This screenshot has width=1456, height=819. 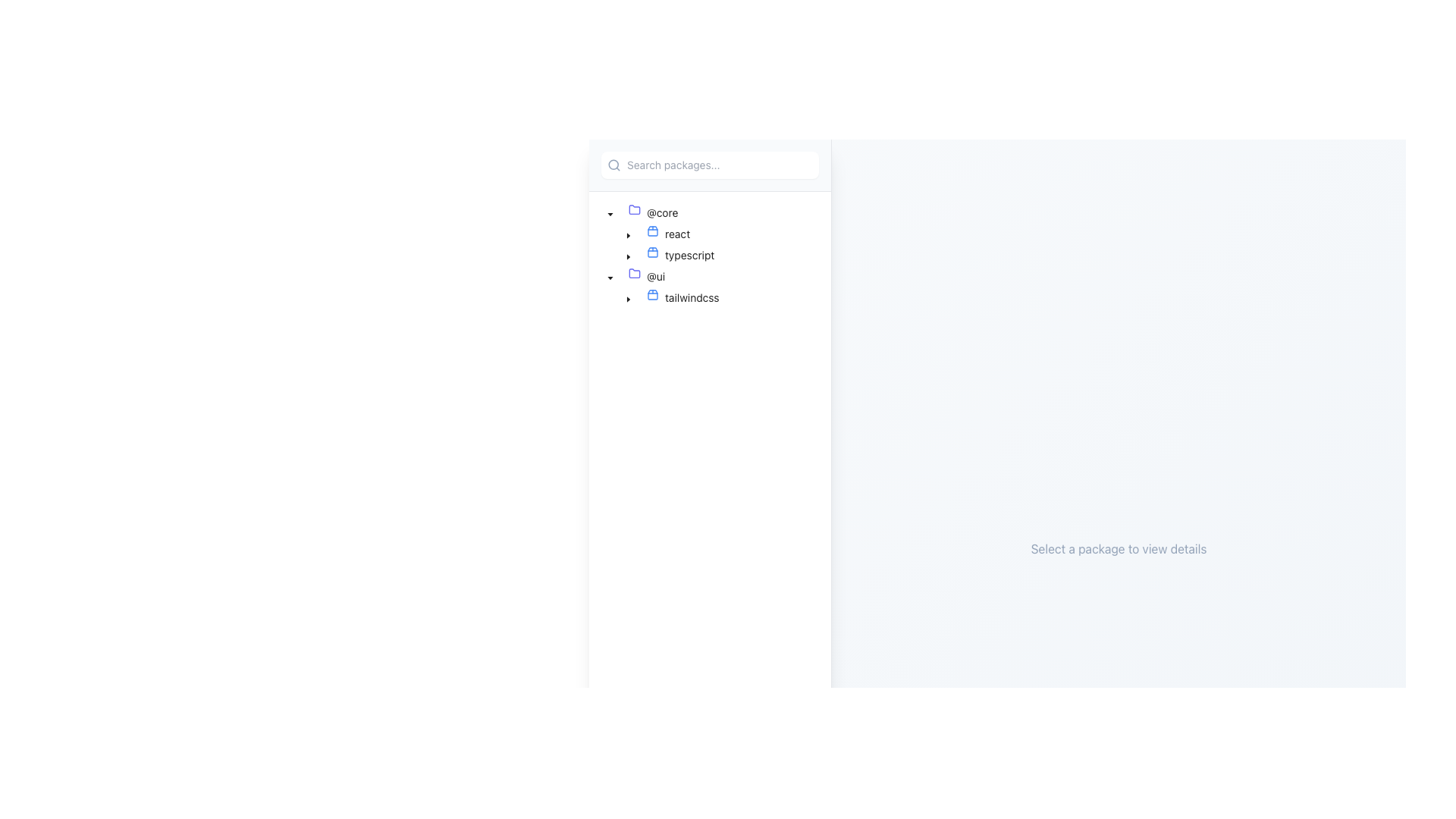 What do you see at coordinates (709, 256) in the screenshot?
I see `the third item in the navigation panel of the Tree structure` at bounding box center [709, 256].